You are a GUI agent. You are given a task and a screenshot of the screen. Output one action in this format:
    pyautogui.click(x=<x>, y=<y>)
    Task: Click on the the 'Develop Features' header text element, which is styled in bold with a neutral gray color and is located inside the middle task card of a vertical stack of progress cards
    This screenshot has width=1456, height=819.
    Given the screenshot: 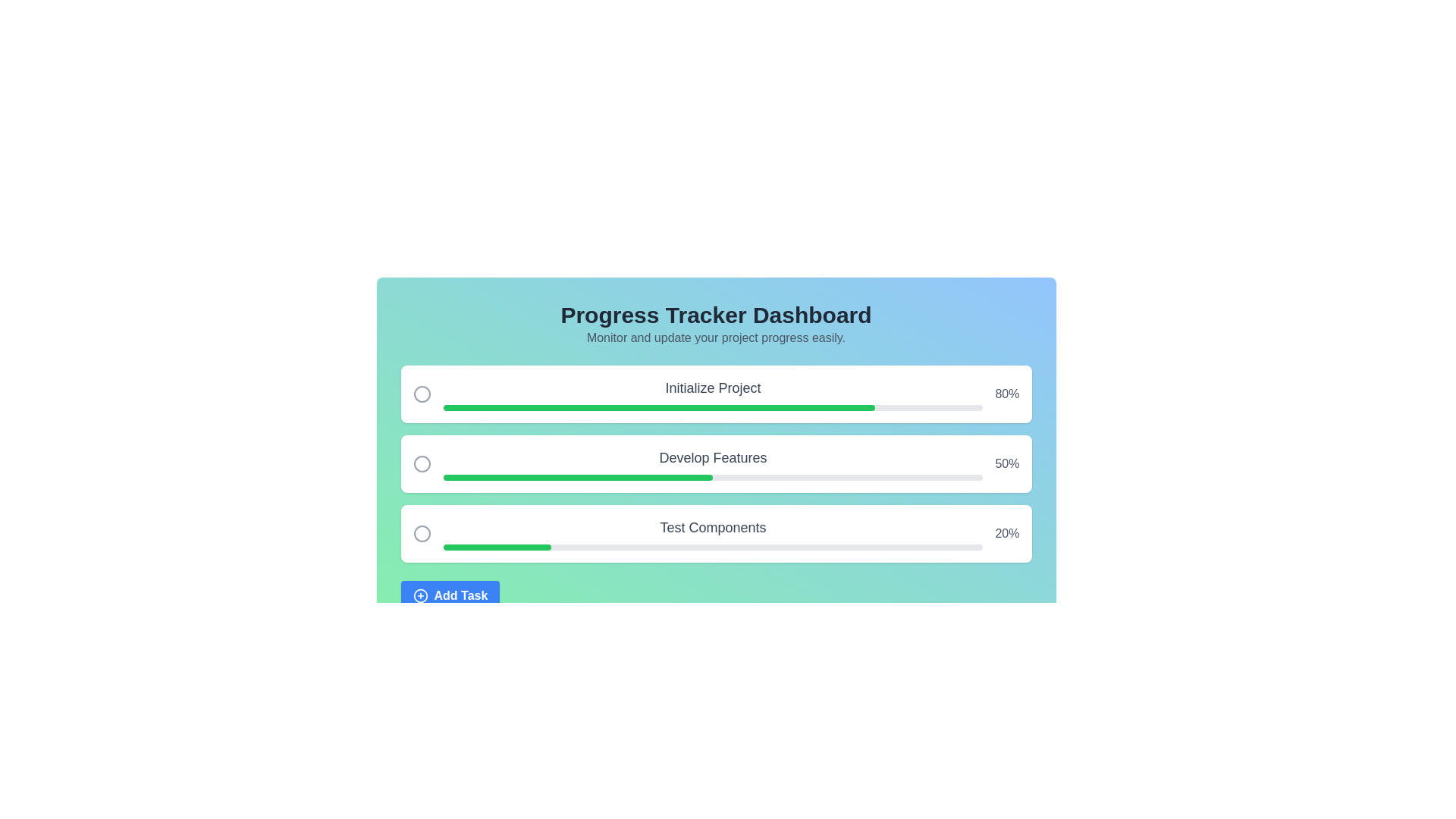 What is the action you would take?
    pyautogui.click(x=712, y=463)
    